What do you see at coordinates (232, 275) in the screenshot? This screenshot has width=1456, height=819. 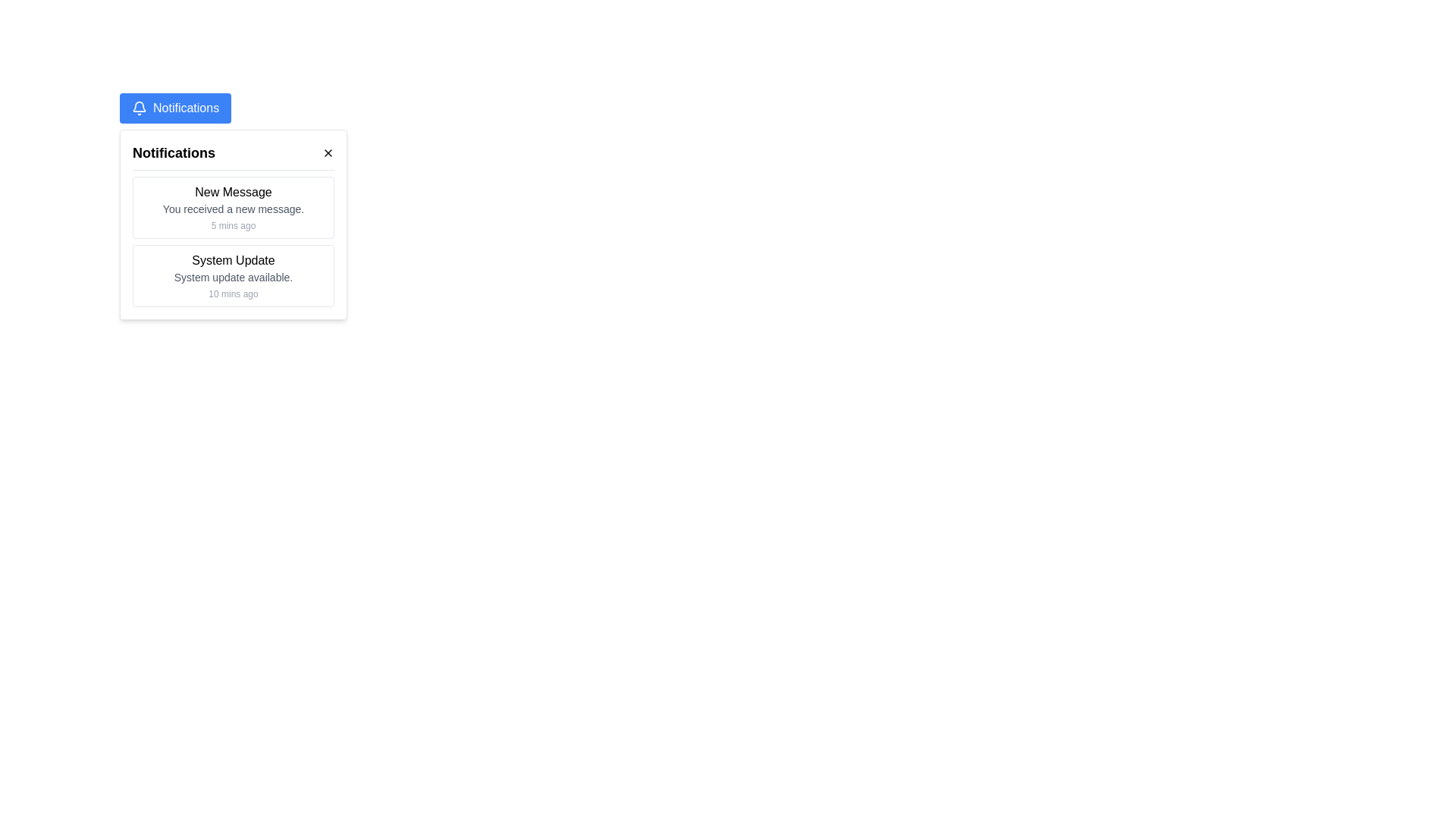 I see `the Notification Item displaying 'System Update' which is the second item in the notification list` at bounding box center [232, 275].